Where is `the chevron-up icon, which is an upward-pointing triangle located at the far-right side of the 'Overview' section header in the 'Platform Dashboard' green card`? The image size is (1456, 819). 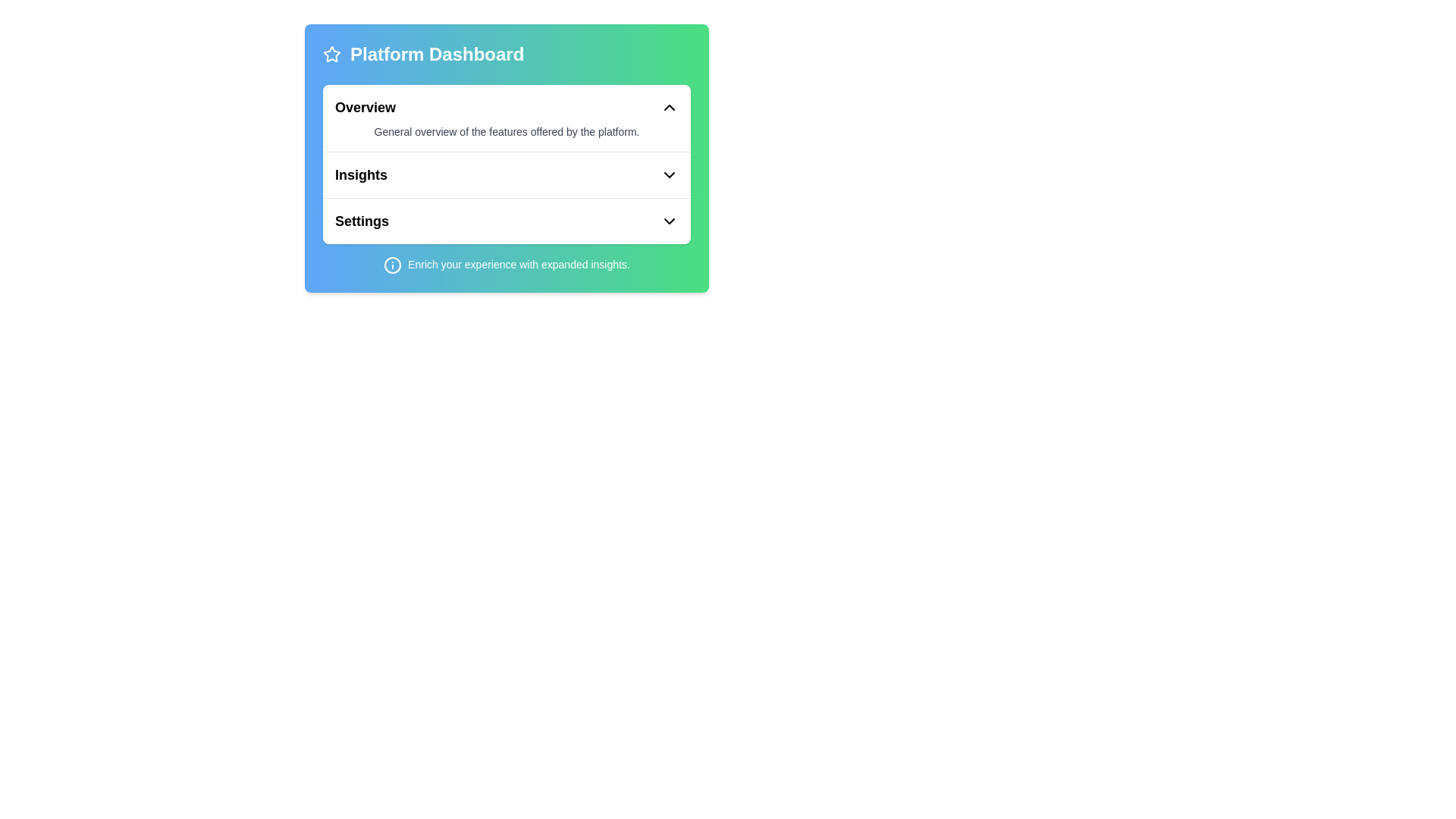
the chevron-up icon, which is an upward-pointing triangle located at the far-right side of the 'Overview' section header in the 'Platform Dashboard' green card is located at coordinates (669, 107).